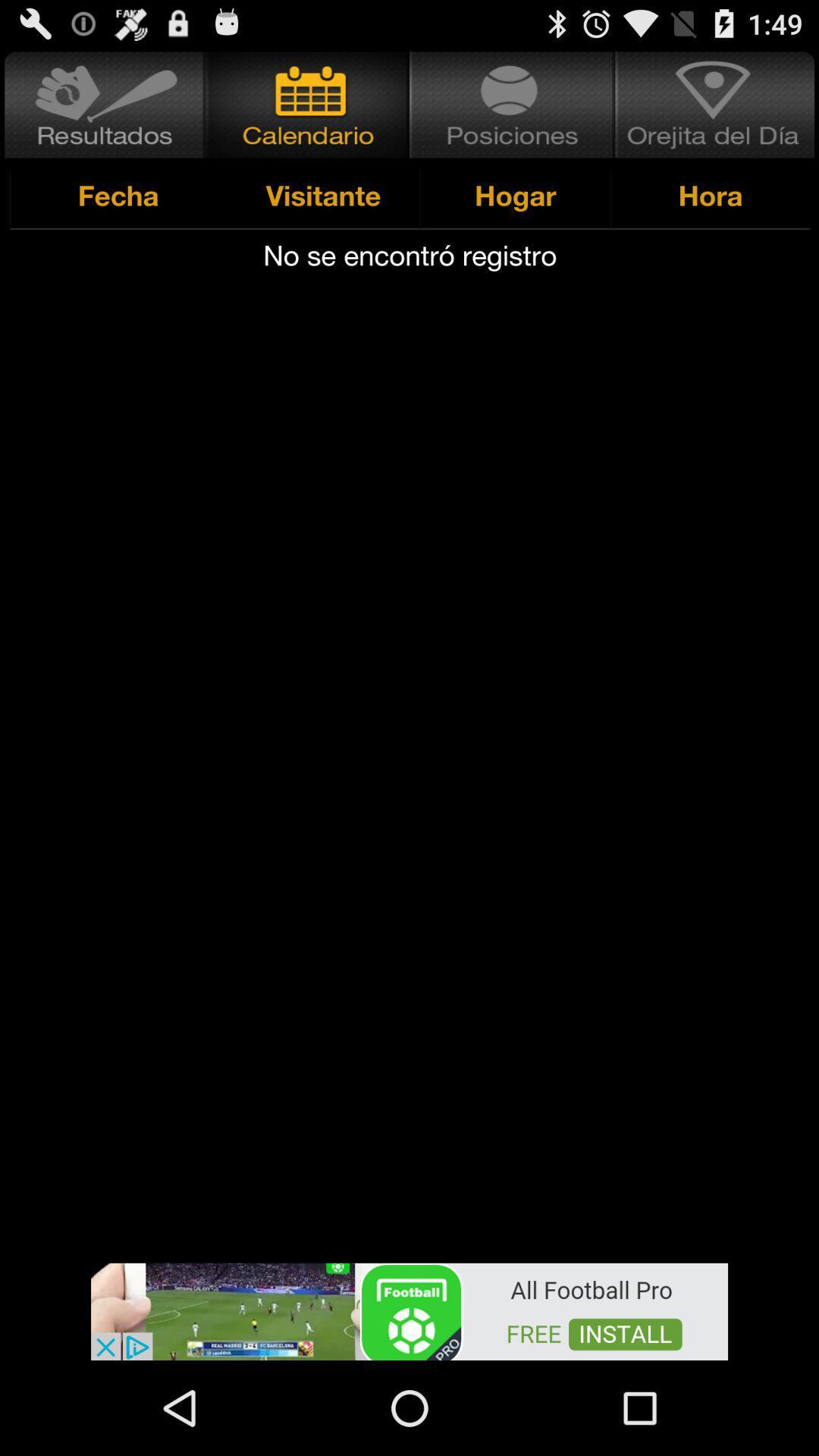  I want to click on posiciones option, so click(512, 104).